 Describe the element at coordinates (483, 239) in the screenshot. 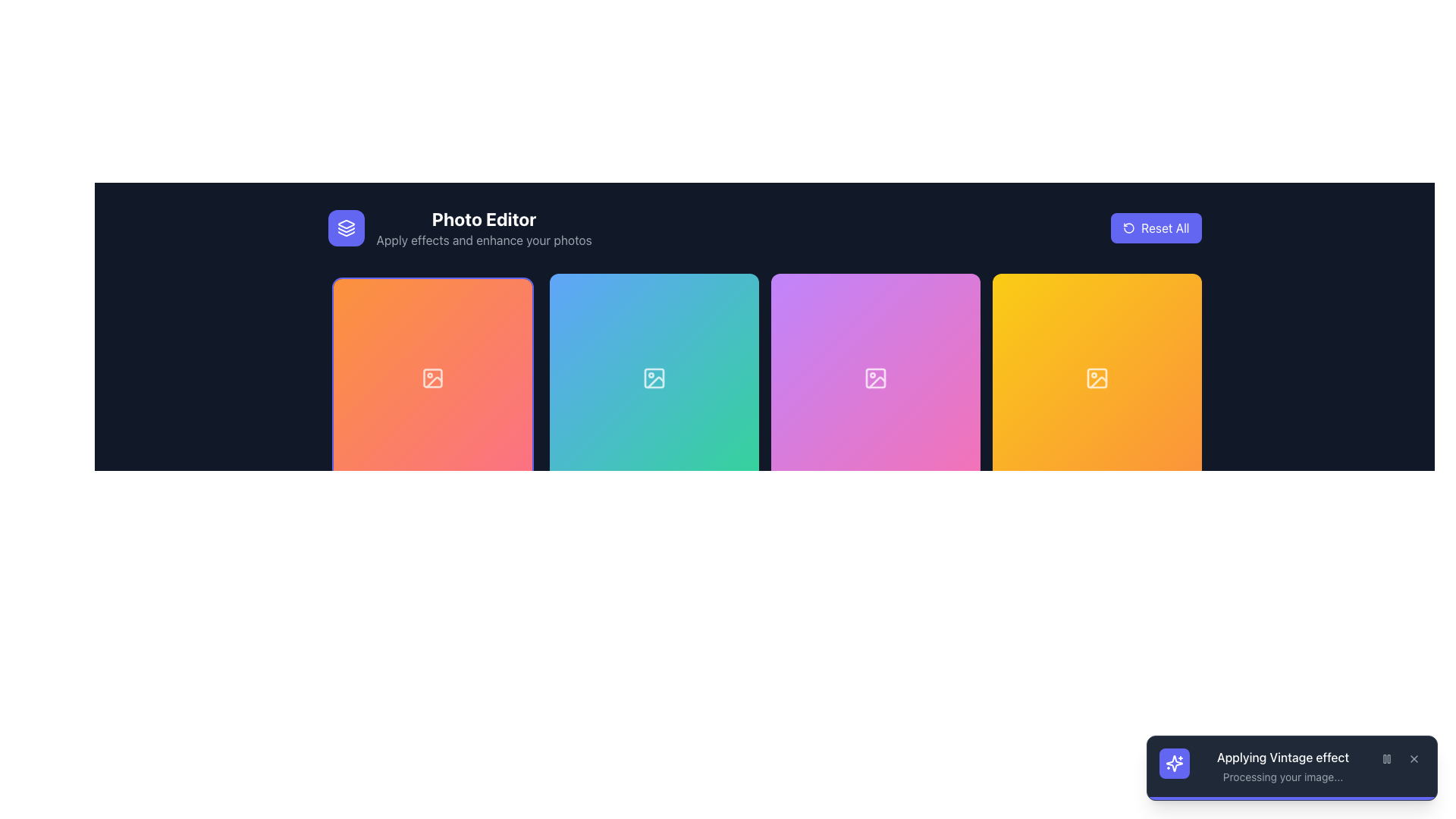

I see `the text label that says 'Apply effects and enhance your photos', which is styled in gray and positioned below the 'Photo Editor' title` at that location.